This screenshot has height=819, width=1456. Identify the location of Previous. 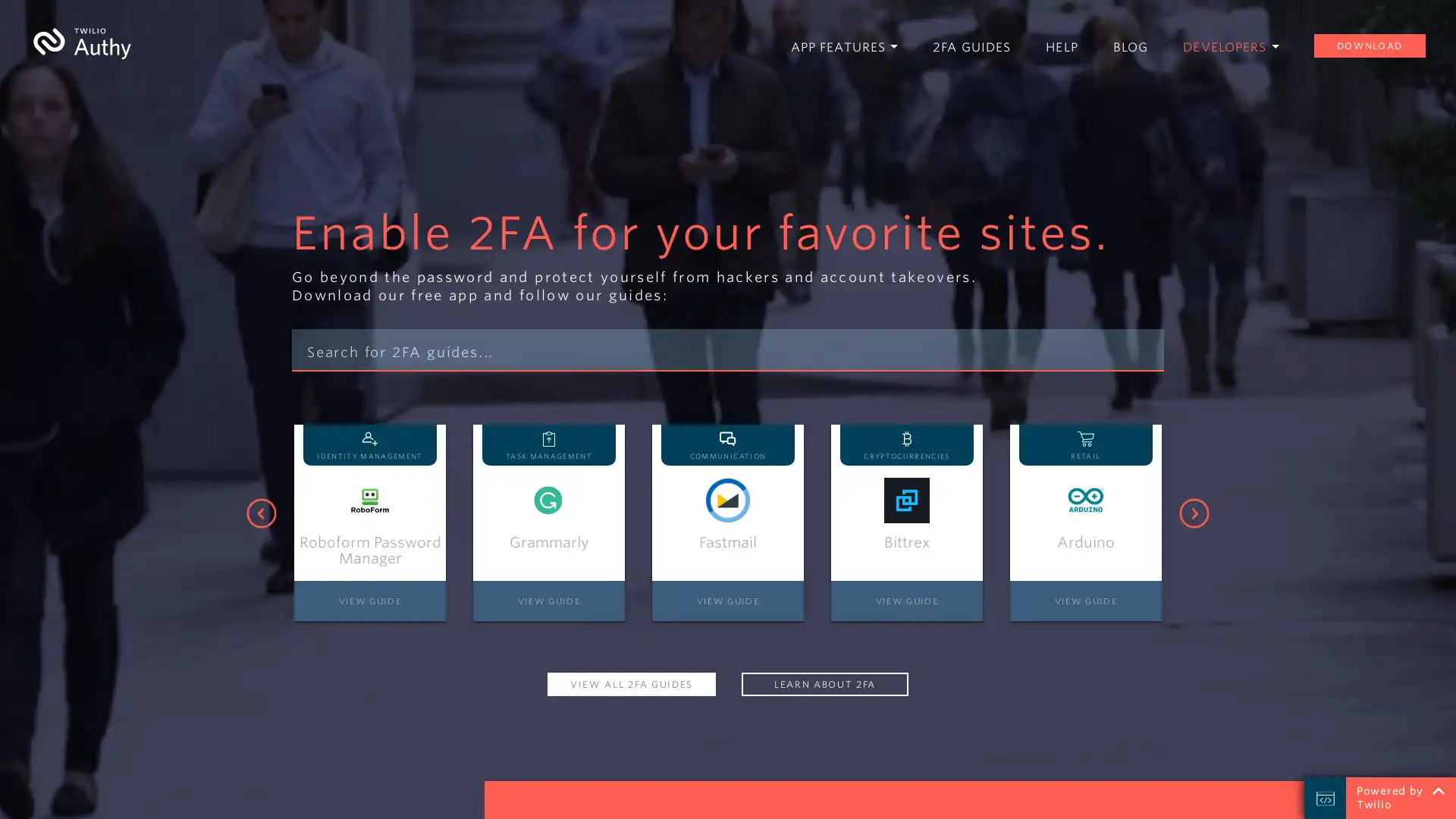
(262, 513).